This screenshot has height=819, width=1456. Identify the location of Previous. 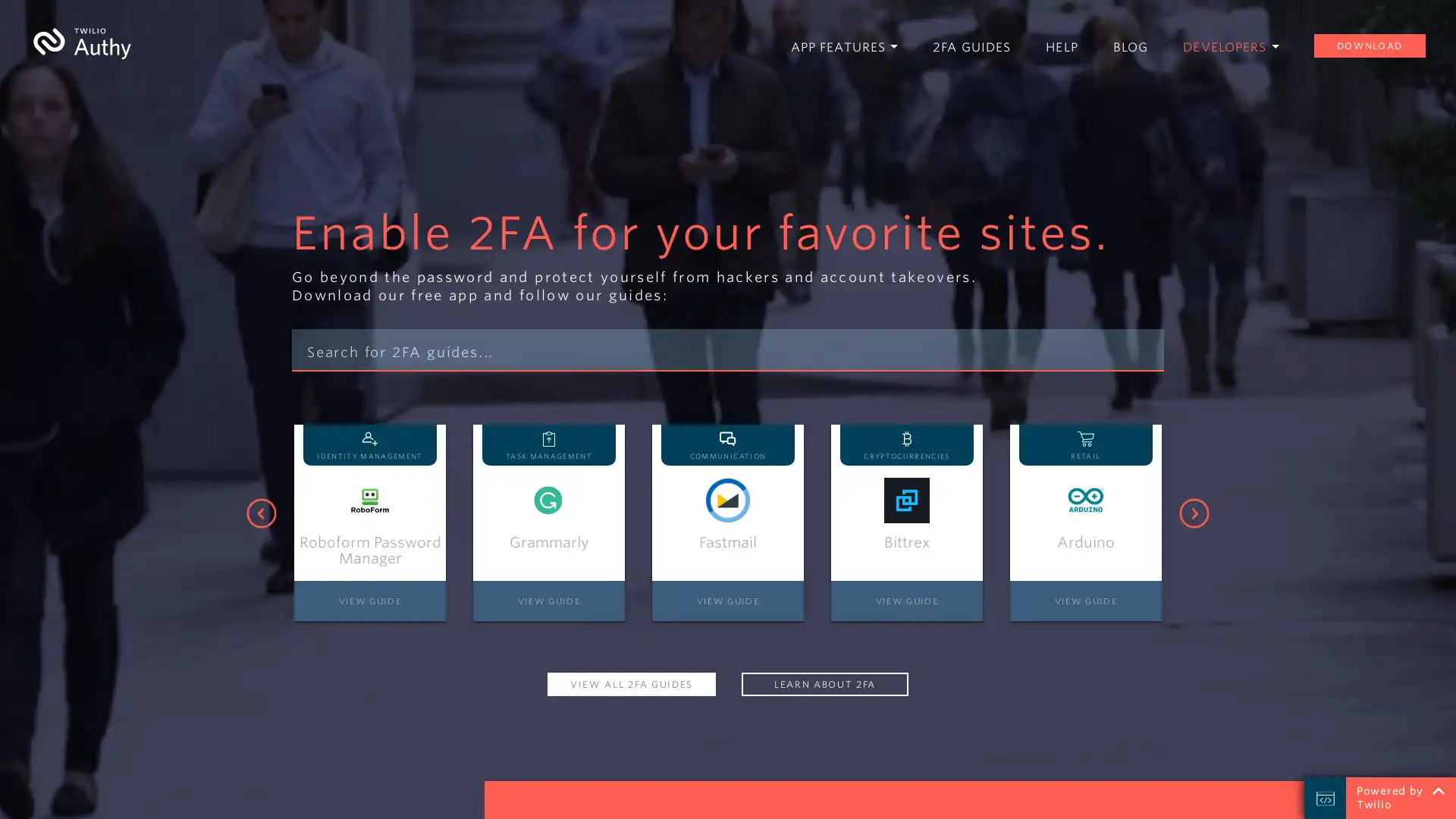
(262, 513).